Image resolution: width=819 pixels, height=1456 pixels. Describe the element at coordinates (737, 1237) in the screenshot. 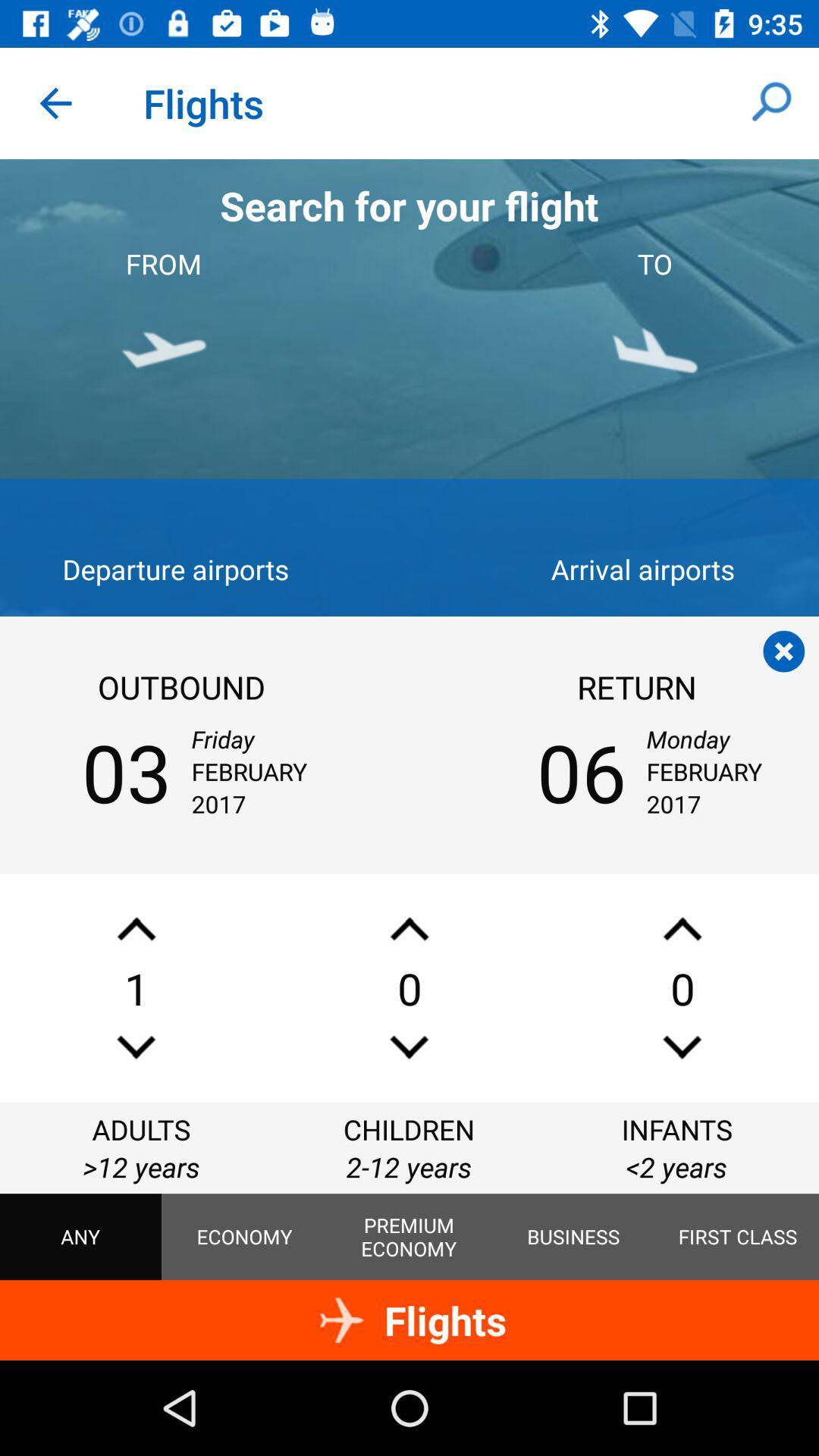

I see `the icon below <2 years` at that location.